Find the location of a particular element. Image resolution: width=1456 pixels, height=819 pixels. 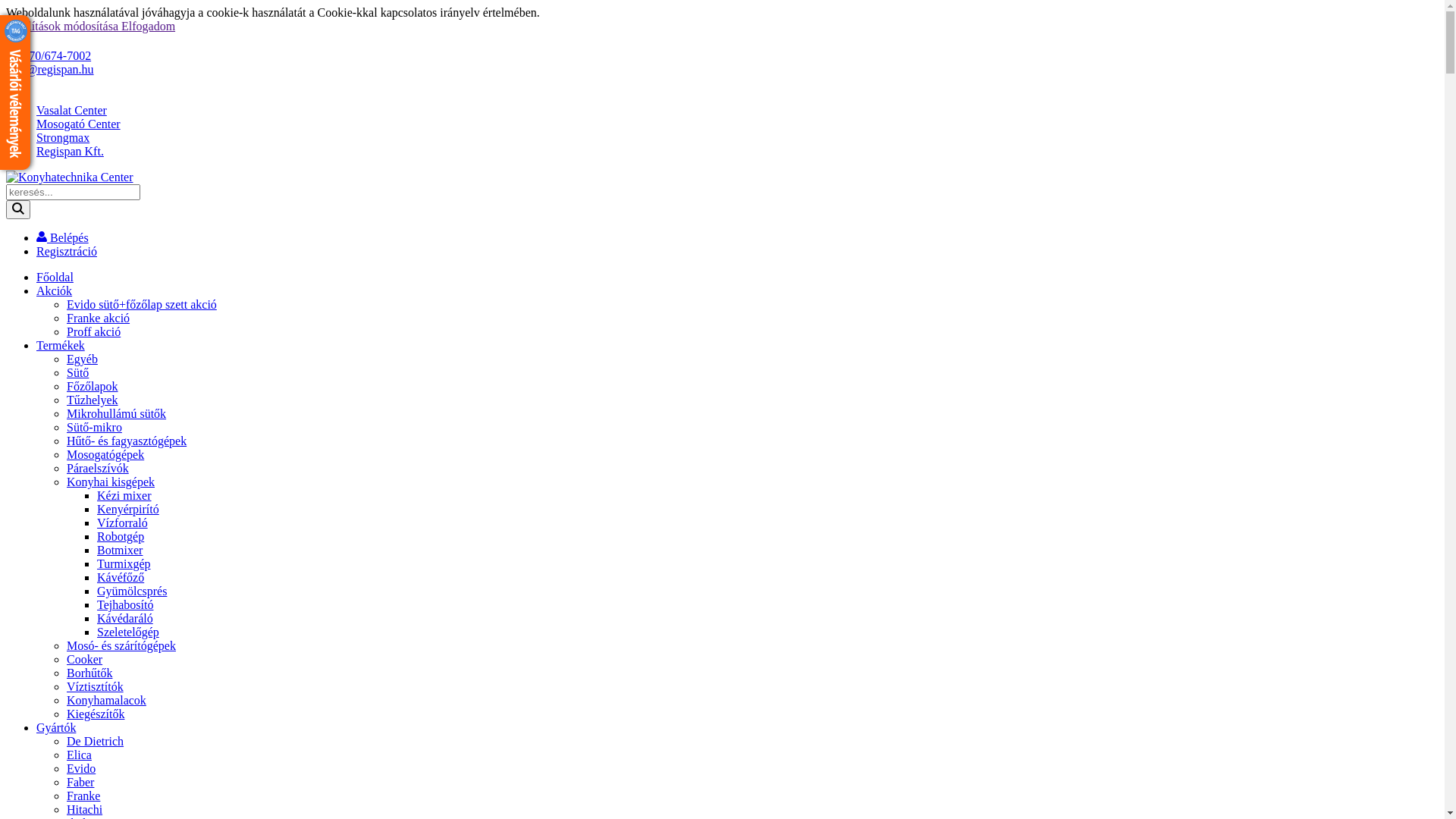

'Konyhatechnika Center' is located at coordinates (68, 177).